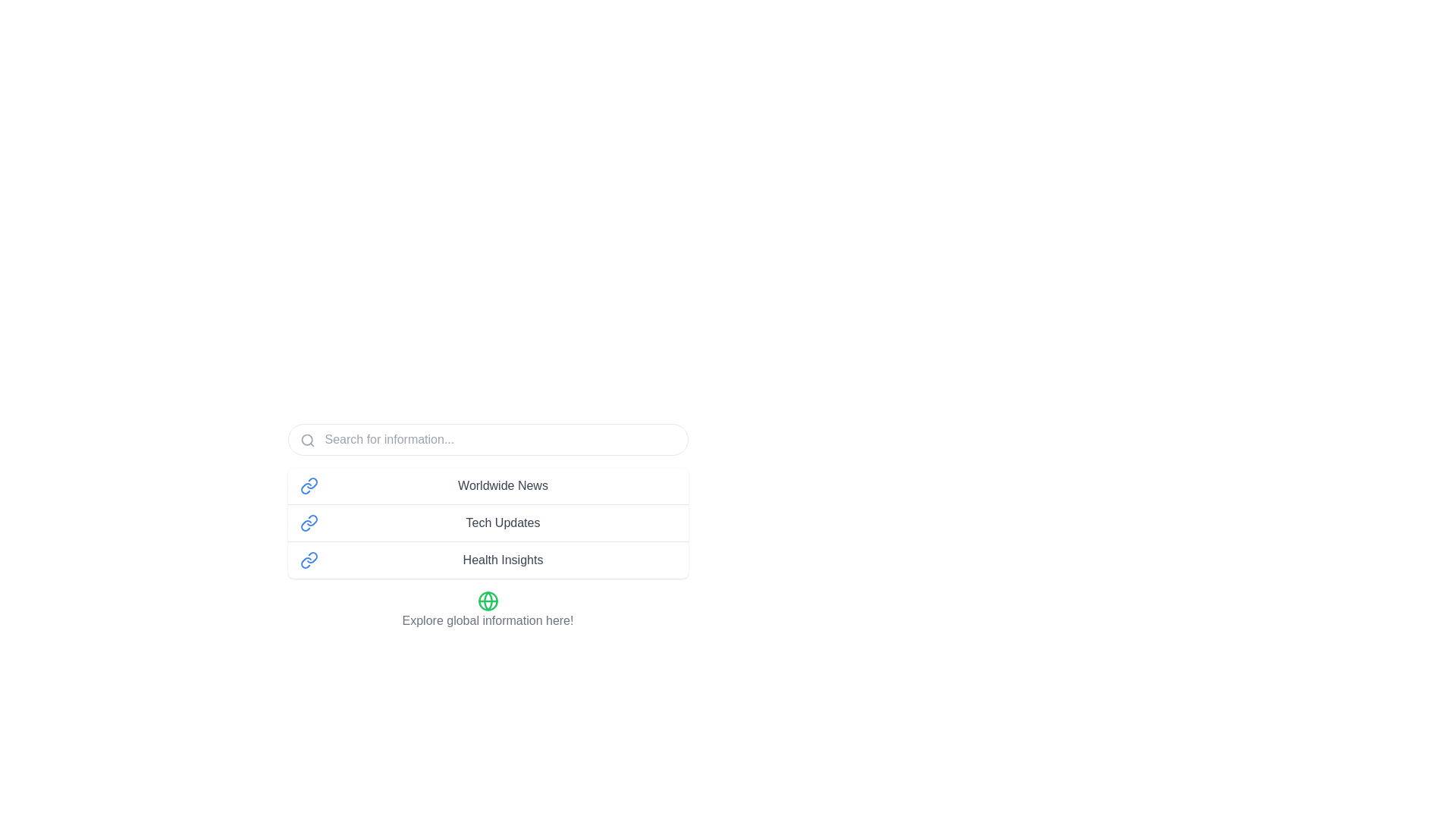  Describe the element at coordinates (503, 485) in the screenshot. I see `the hyperlink that redirects to worldwide news, which is the first item in the vertical list below the search bar` at that location.